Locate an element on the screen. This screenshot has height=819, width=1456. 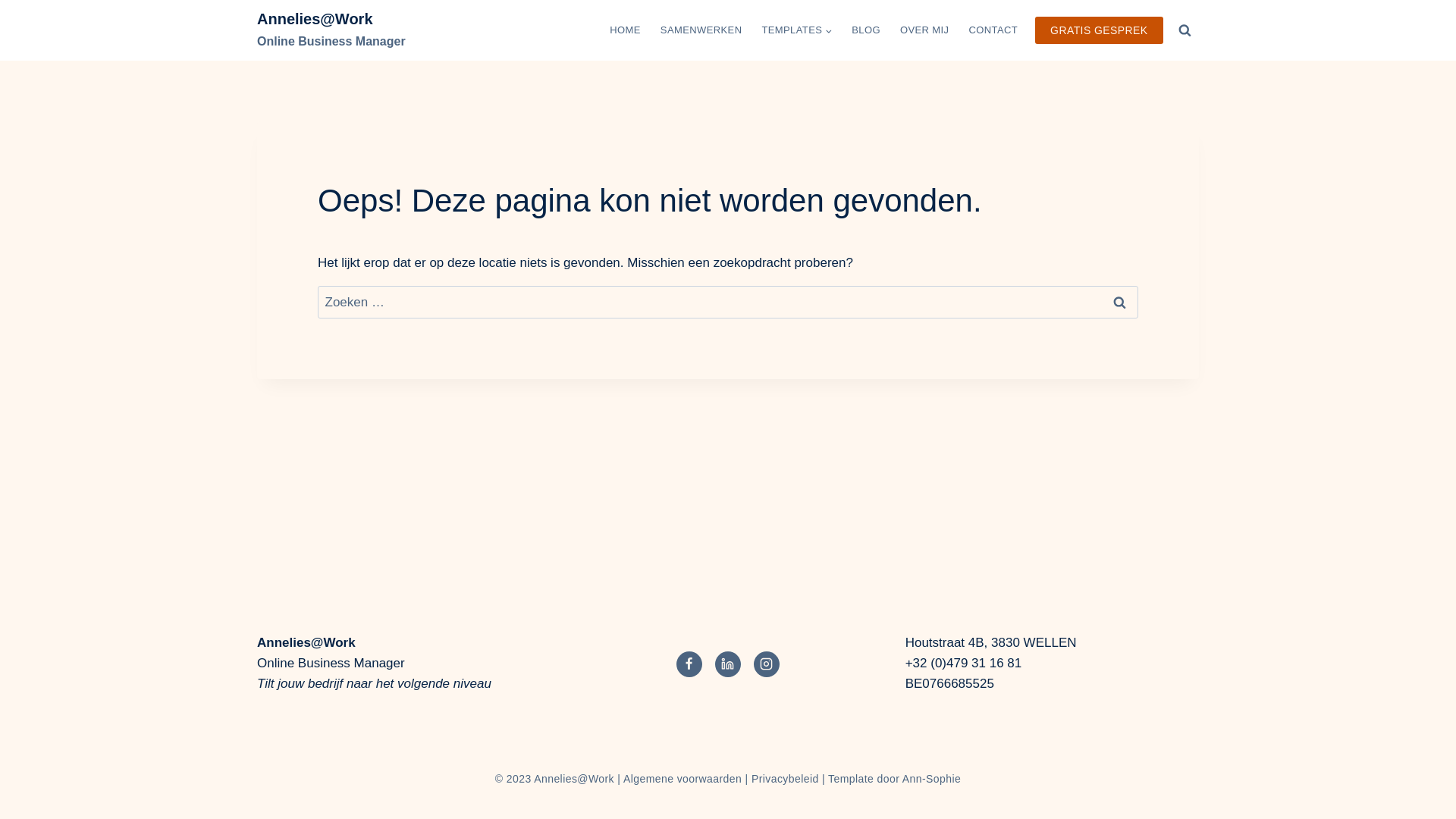
'Privacybeleid' is located at coordinates (785, 778).